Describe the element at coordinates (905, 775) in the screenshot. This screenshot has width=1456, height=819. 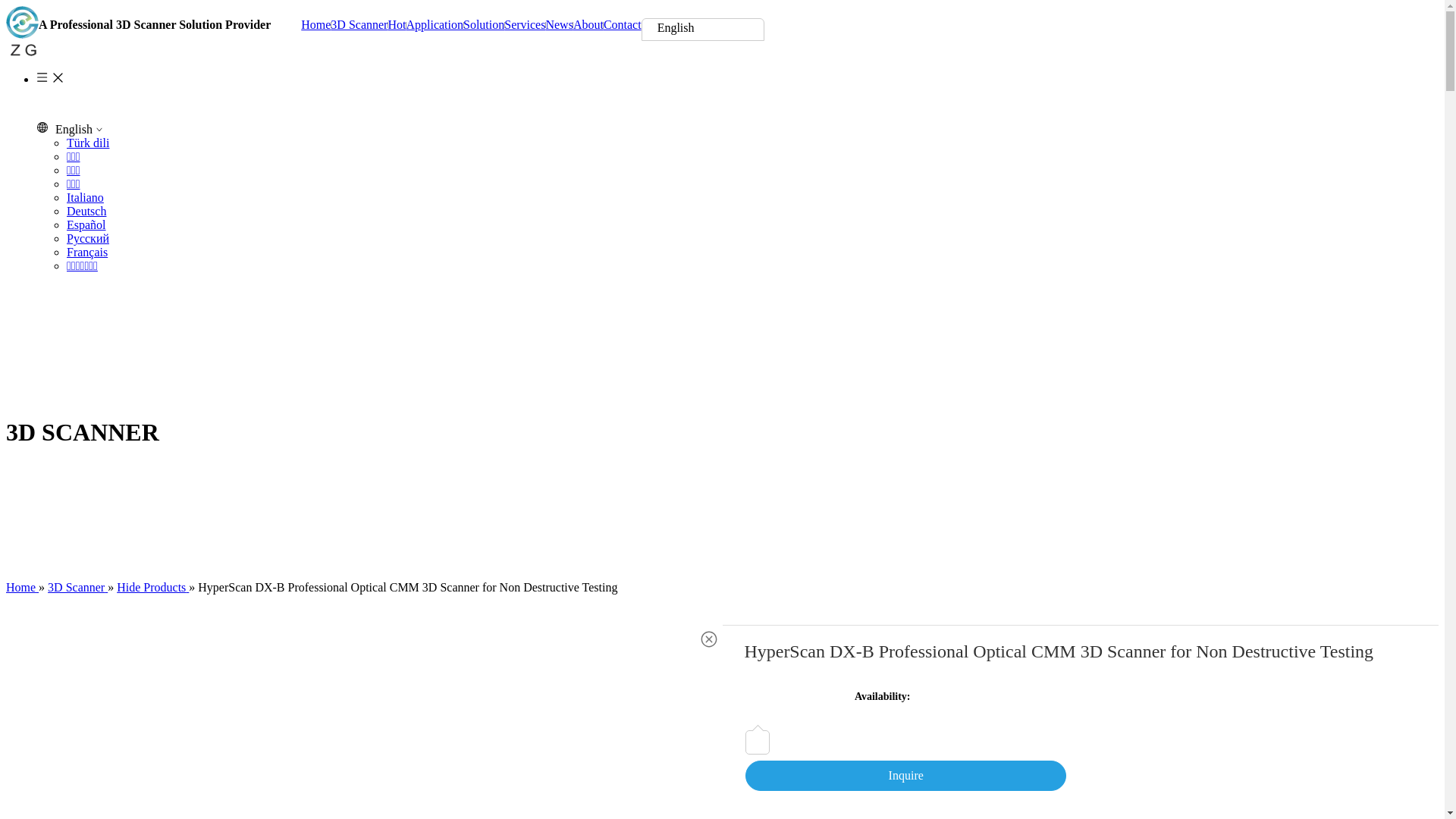
I see `'Inquire'` at that location.